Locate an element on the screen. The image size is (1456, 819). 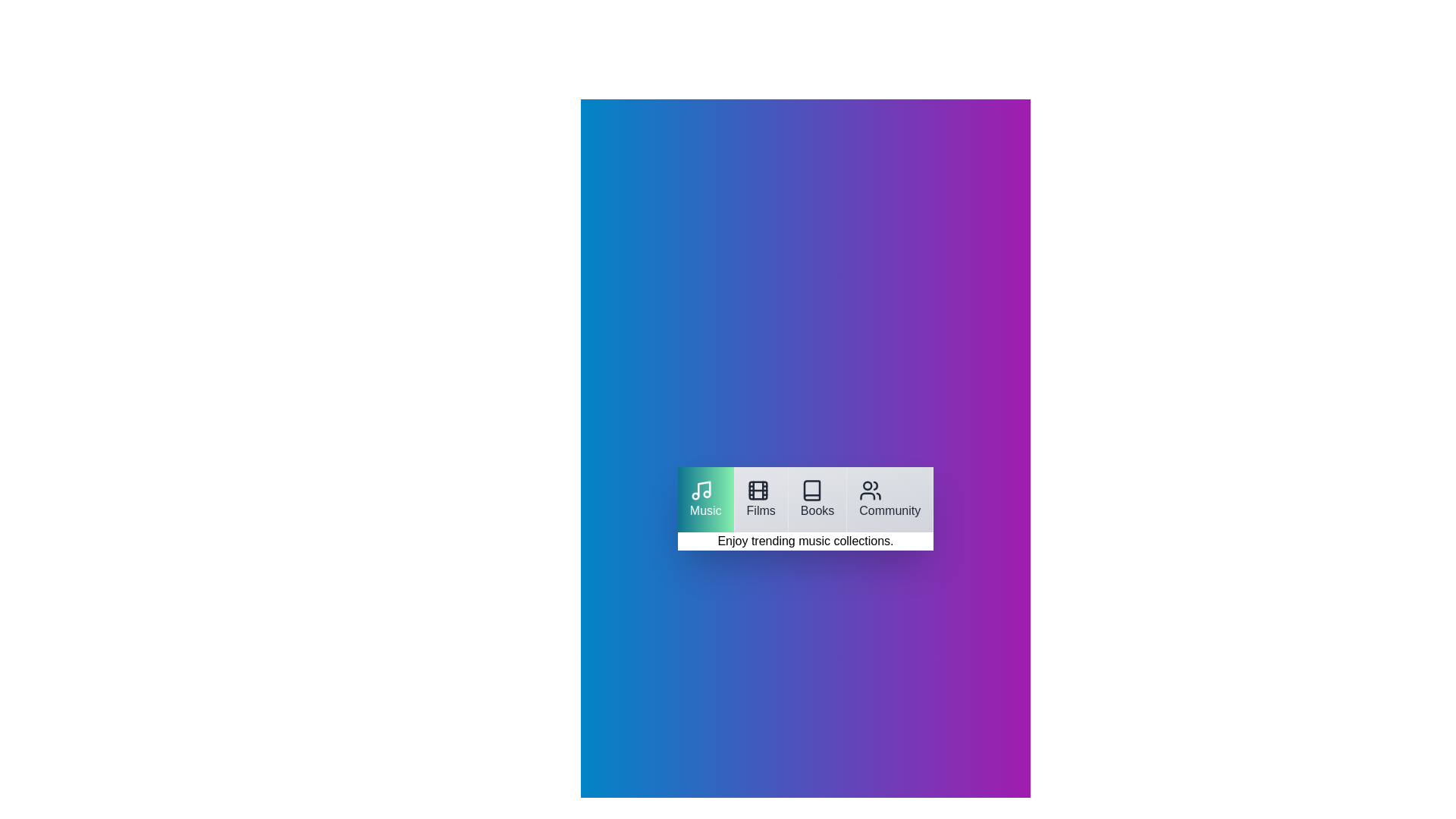
the small circle element within the 'Community' icon in the navigation bar is located at coordinates (868, 485).